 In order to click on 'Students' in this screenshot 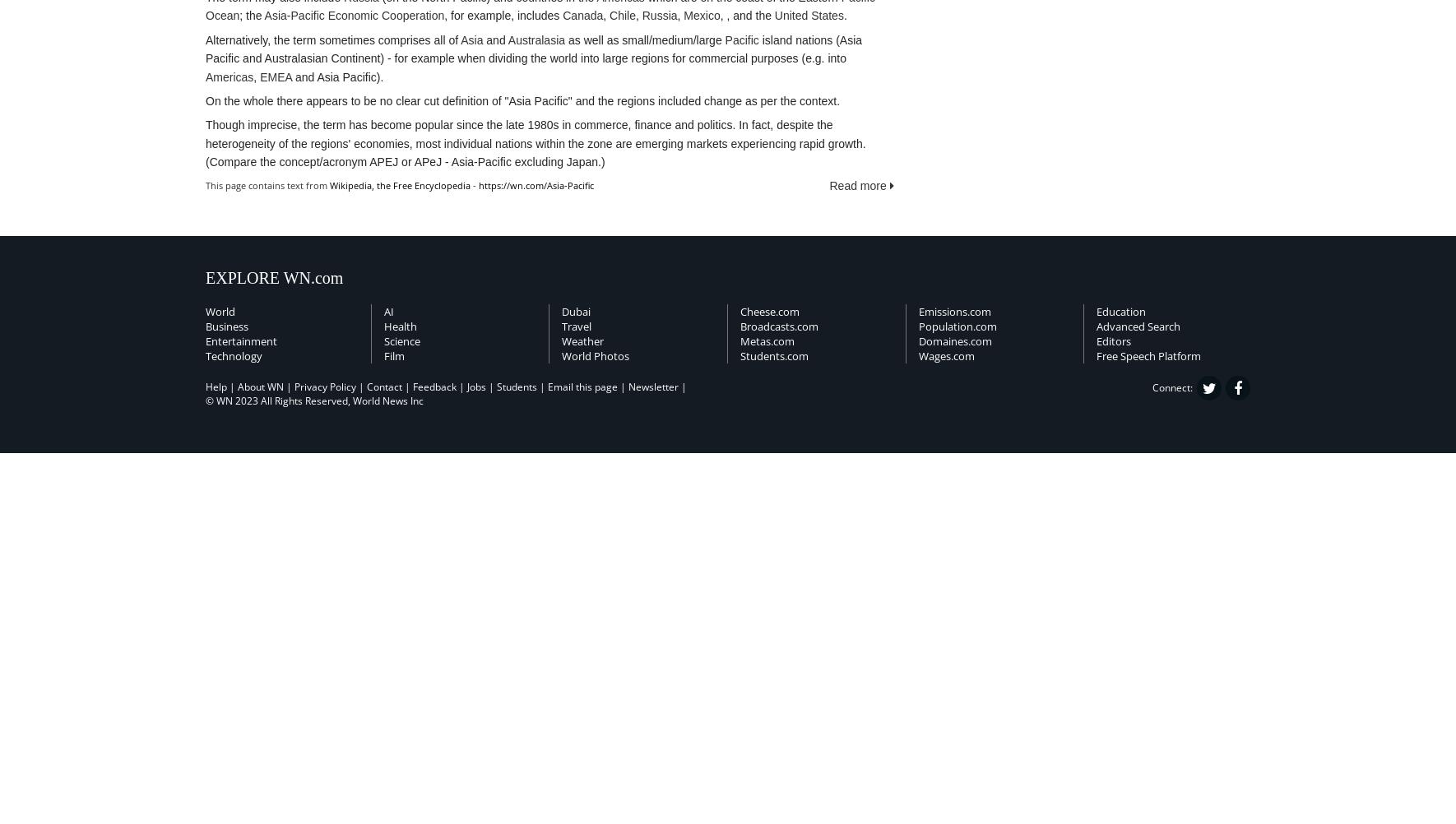, I will do `click(516, 386)`.